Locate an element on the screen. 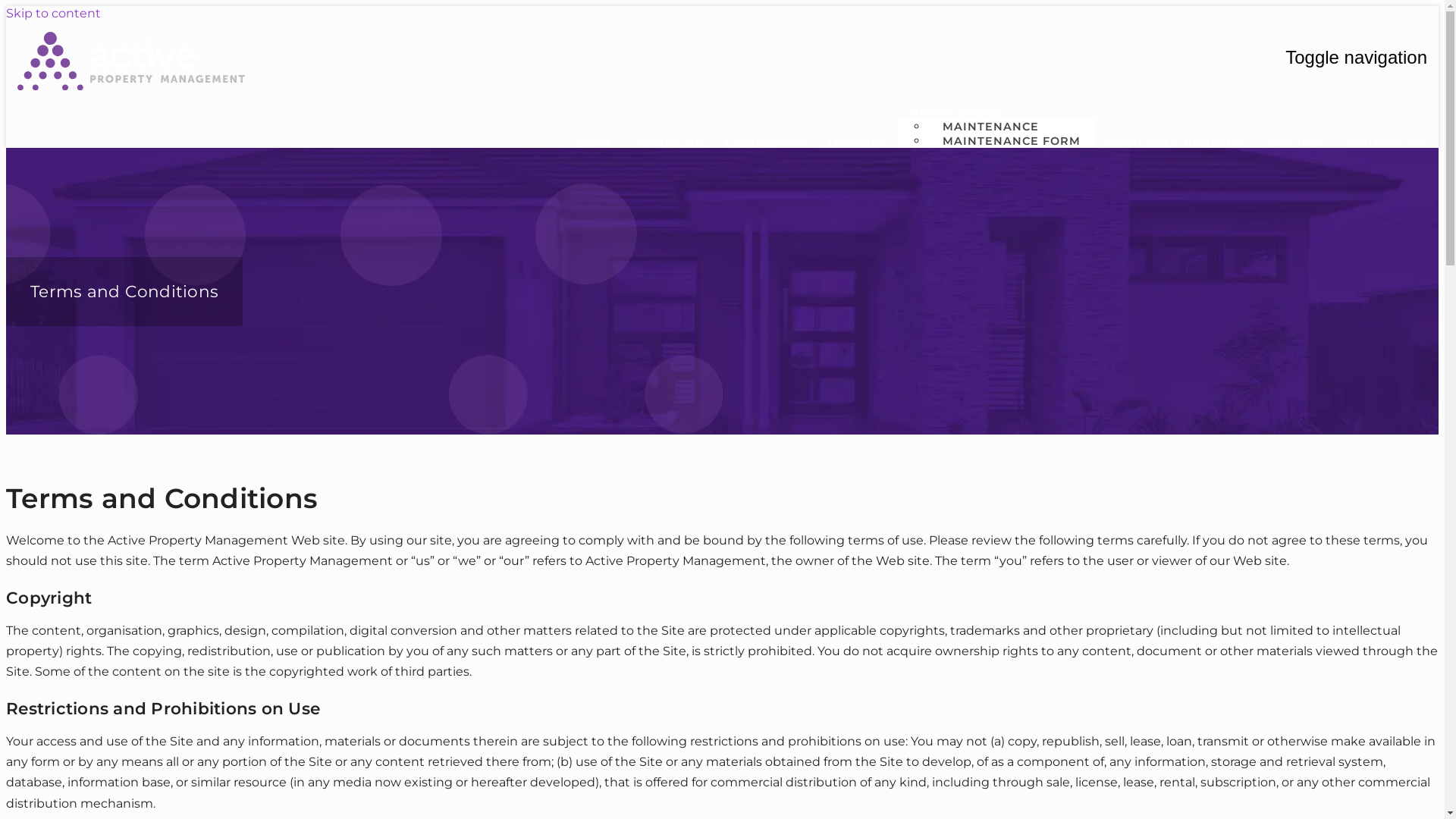 This screenshot has width=1456, height=819. 'MAINTENANCE FORM' is located at coordinates (1012, 140).